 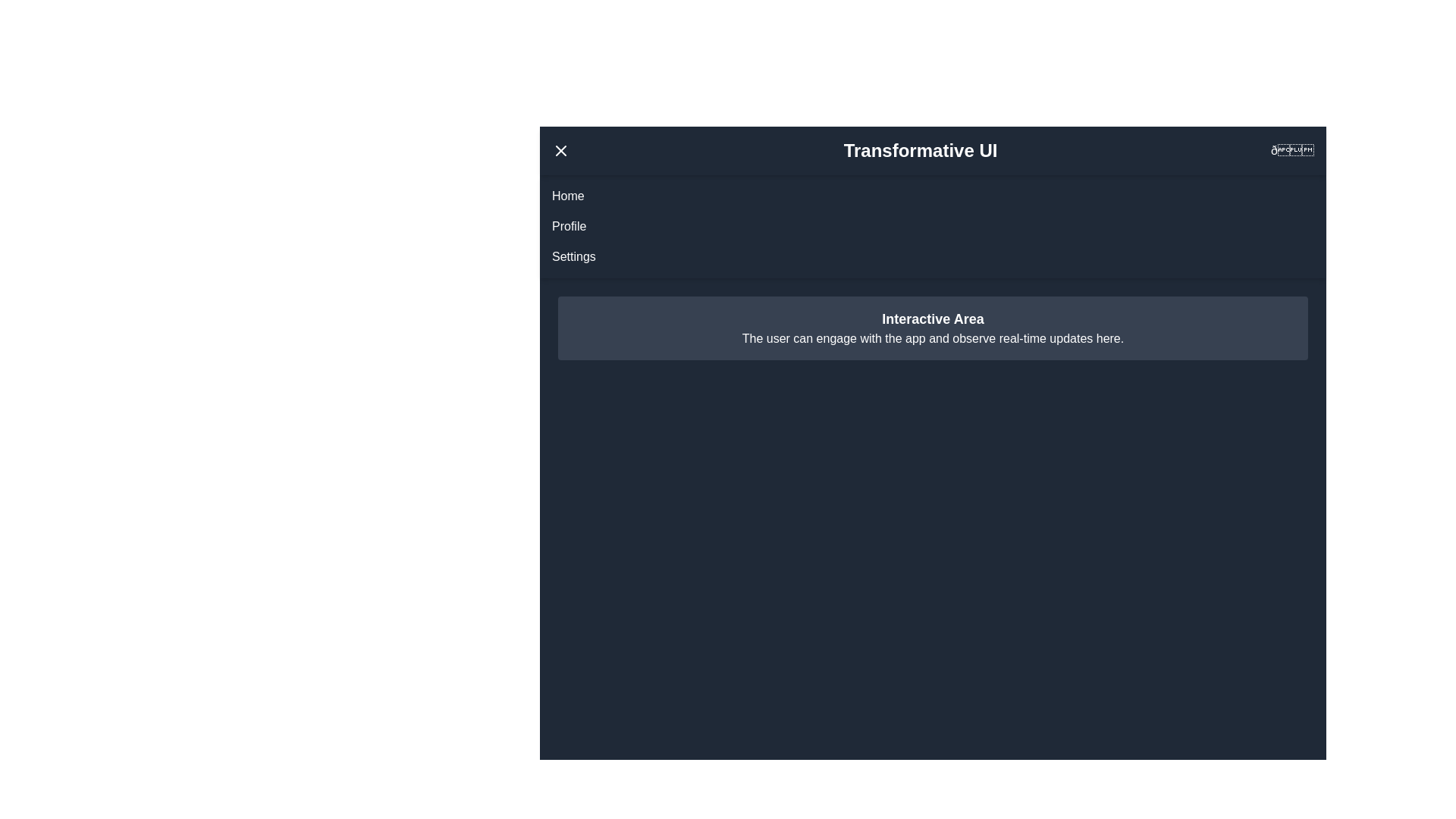 What do you see at coordinates (1291, 151) in the screenshot?
I see `the sun/moon button to toggle between dark and light mode` at bounding box center [1291, 151].